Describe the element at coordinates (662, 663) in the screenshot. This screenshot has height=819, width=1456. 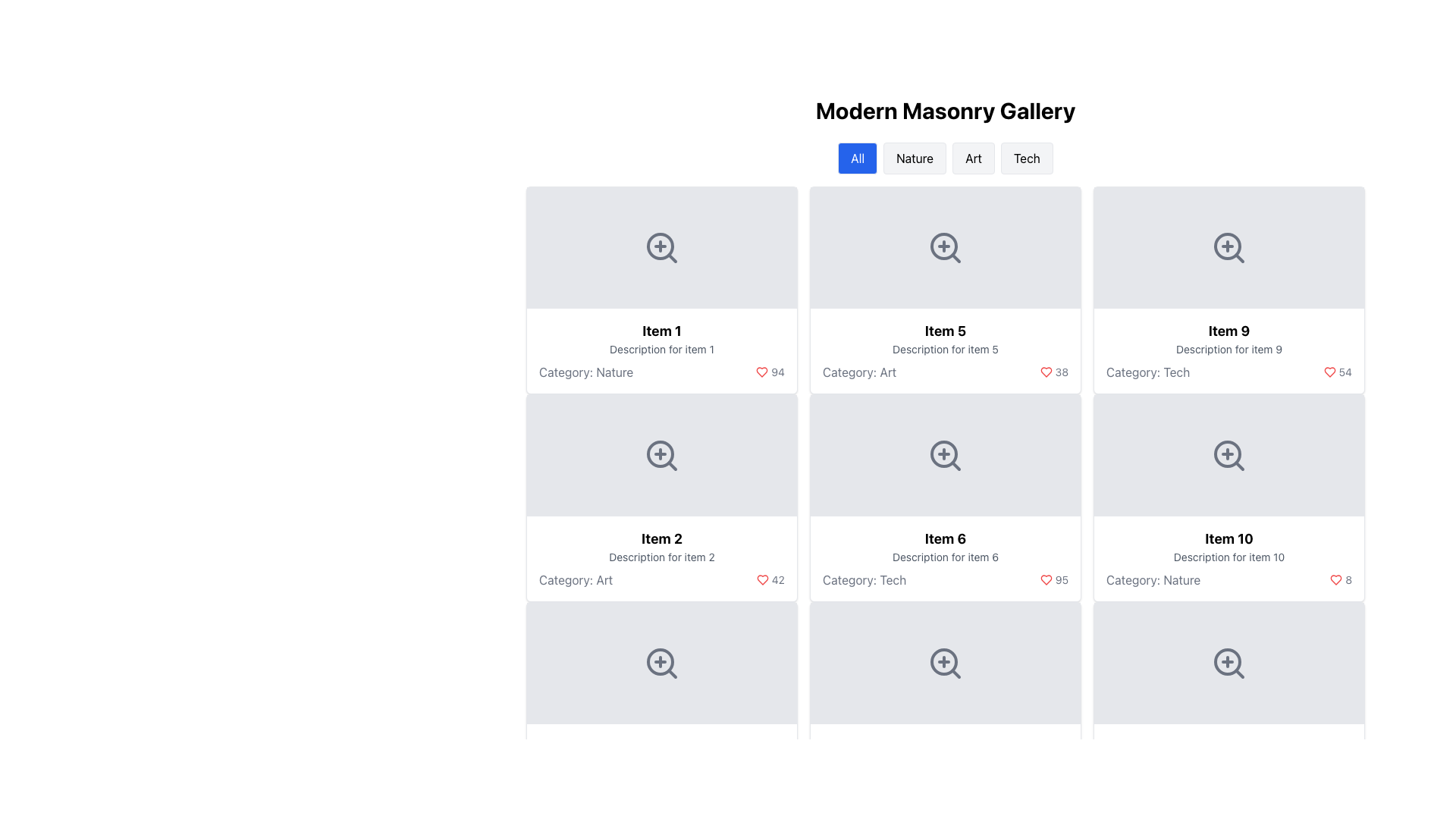
I see `the interactive card with an icon located in the bottom-left section of the grid layout, beneath 'Item 2' and above 'Item 3'` at that location.